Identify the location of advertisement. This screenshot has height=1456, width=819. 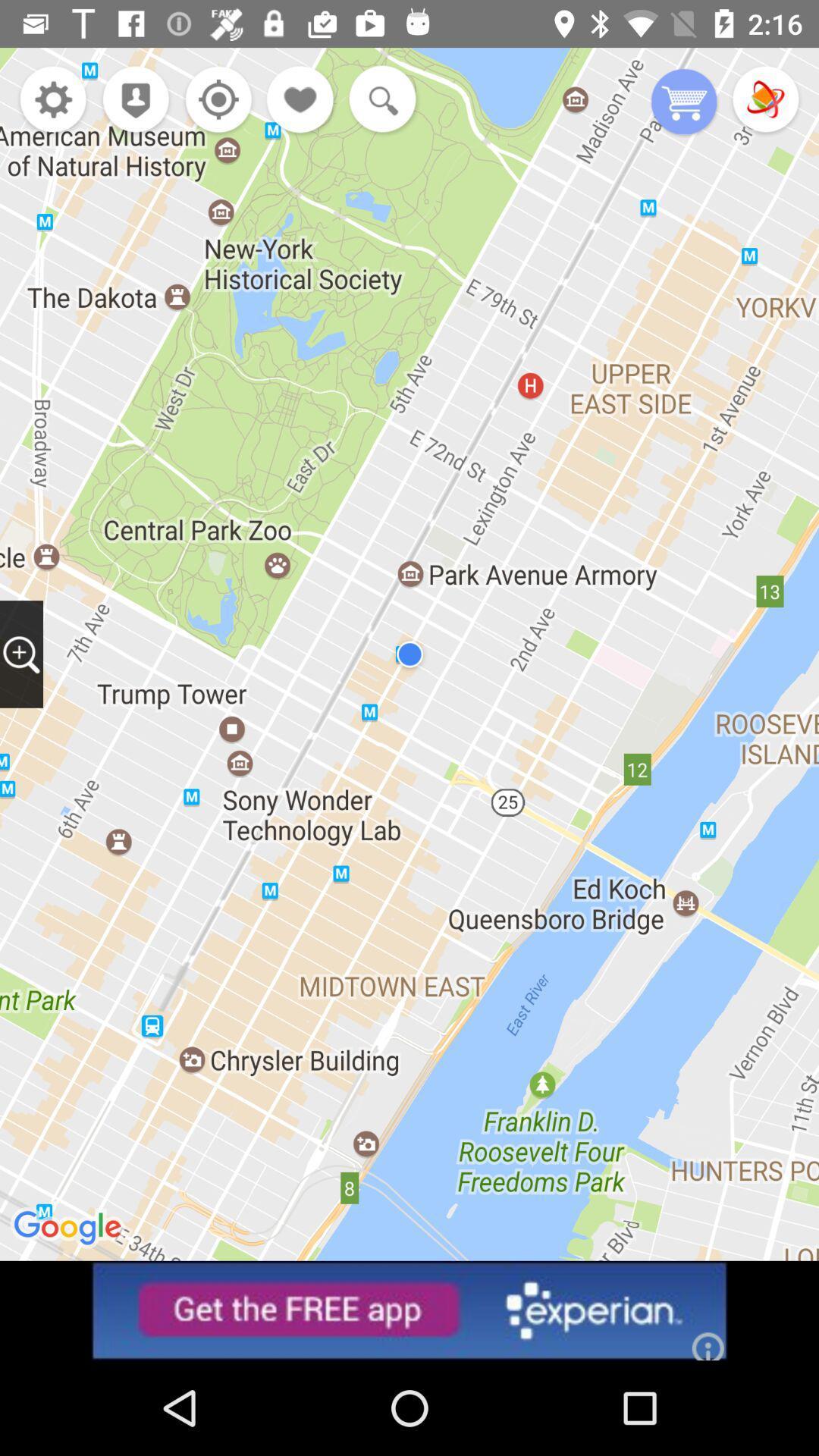
(409, 1310).